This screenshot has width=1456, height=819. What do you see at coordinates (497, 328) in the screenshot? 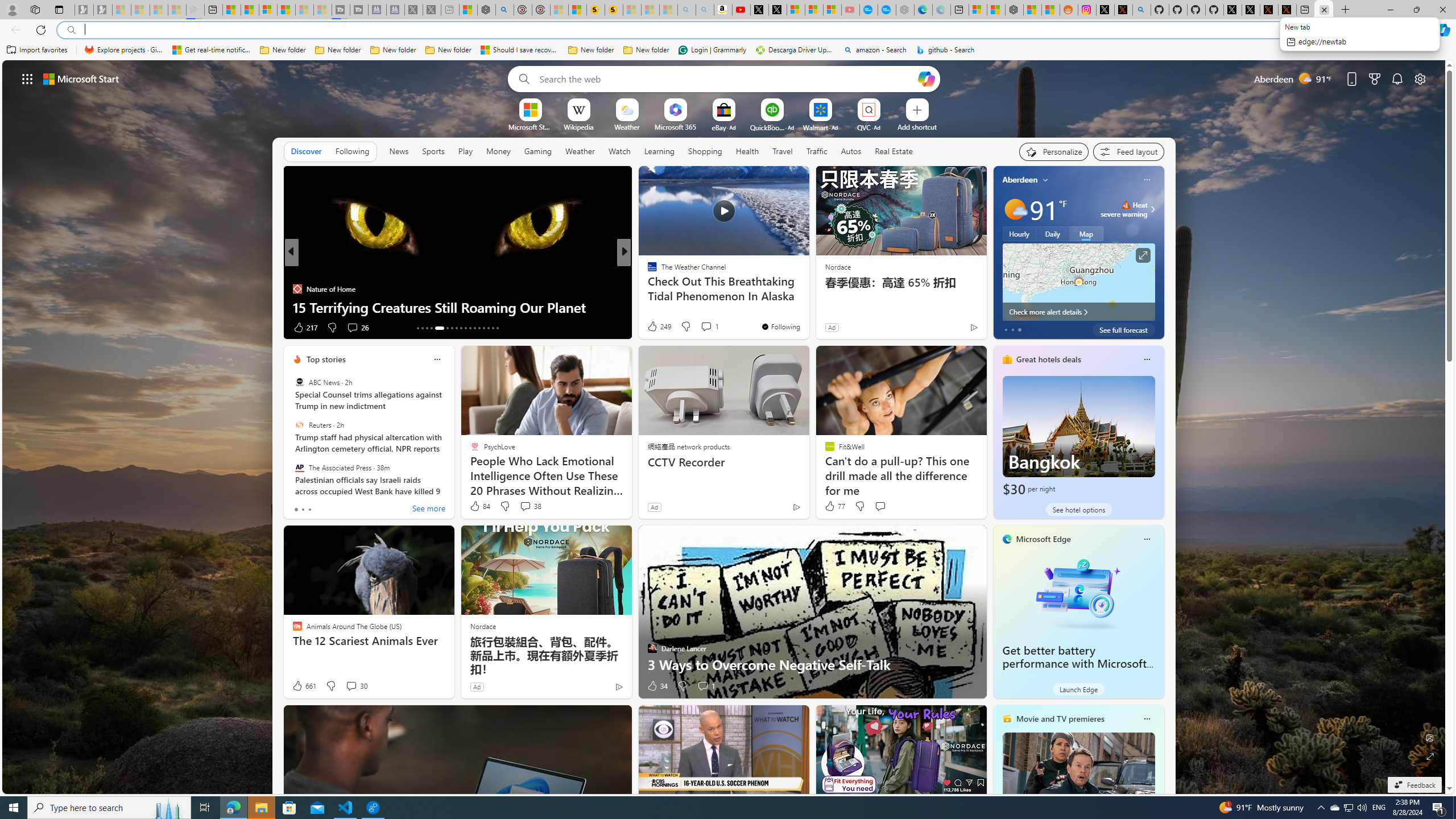
I see `'AutomationID: tab-29'` at bounding box center [497, 328].